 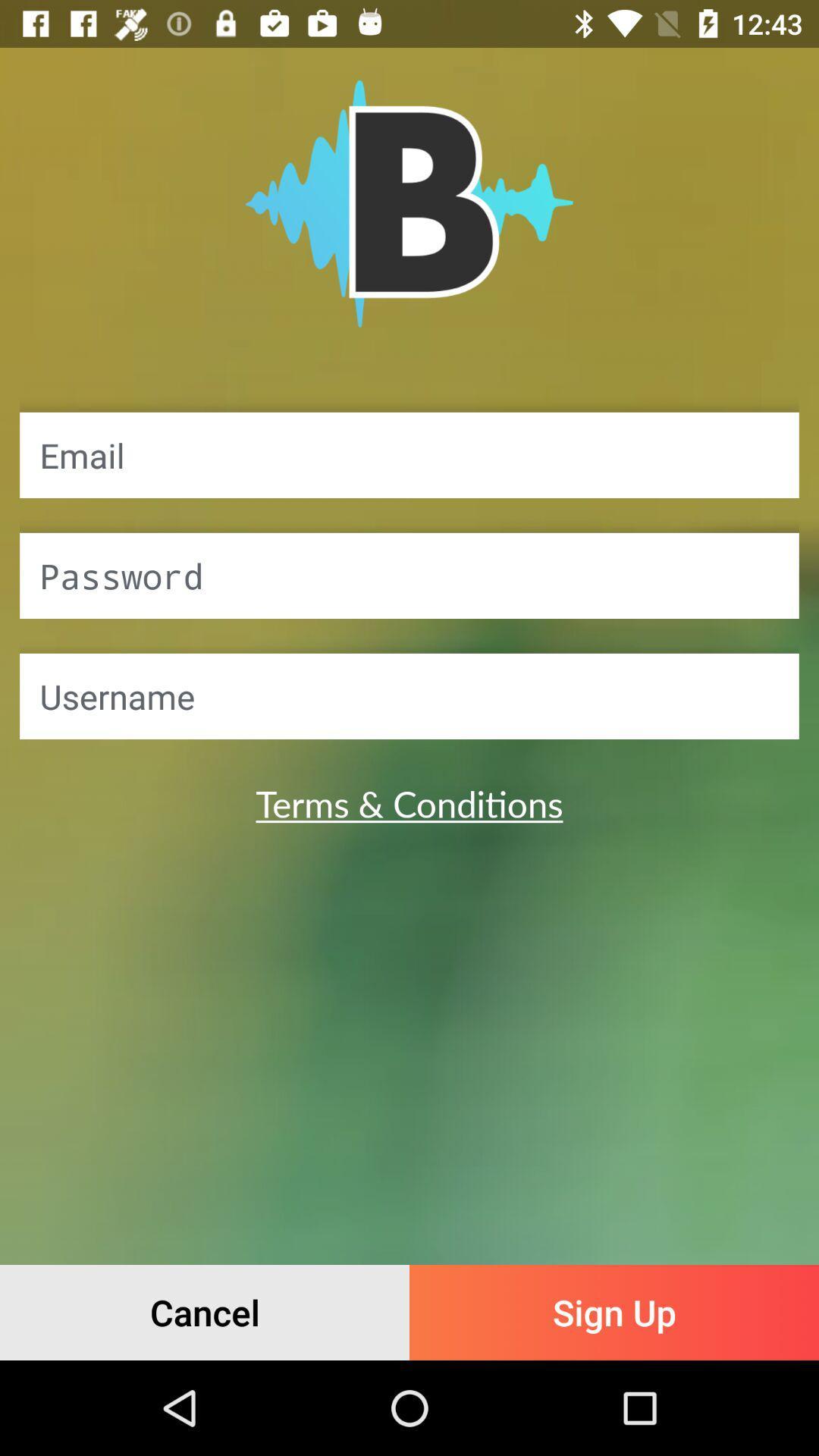 I want to click on cancel, so click(x=205, y=1312).